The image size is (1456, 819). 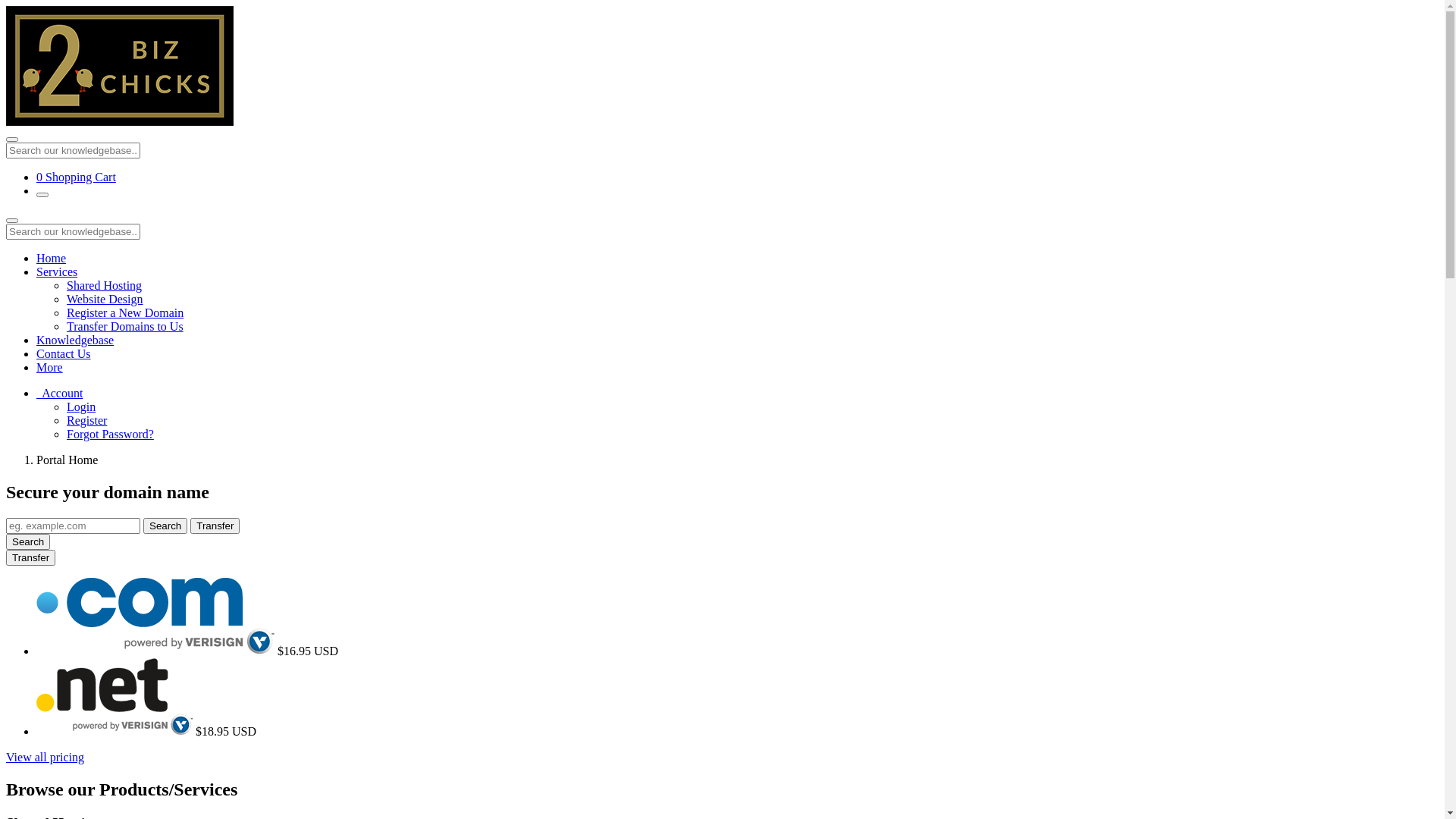 I want to click on 'Shared Hosting', so click(x=103, y=285).